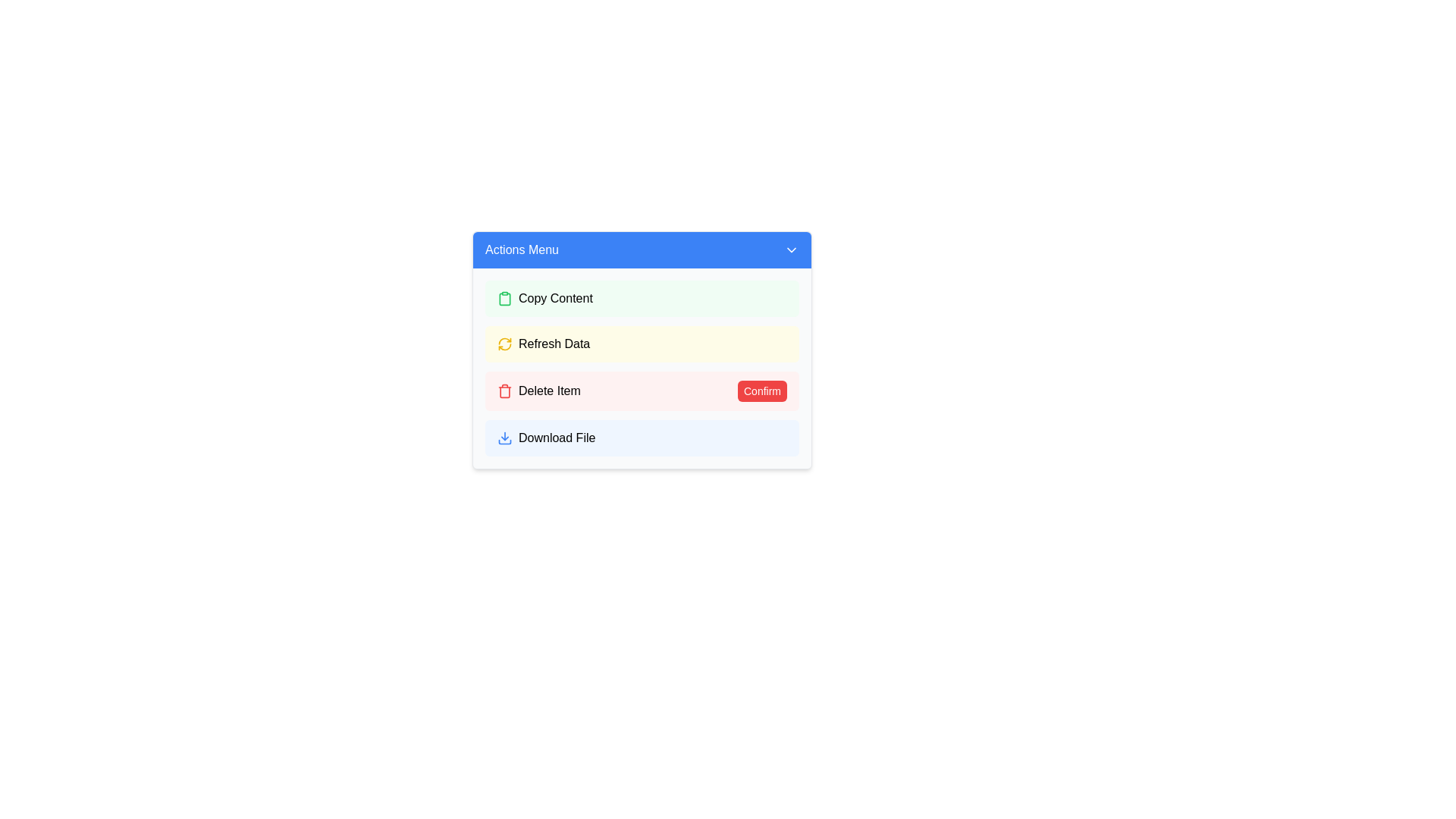 This screenshot has height=819, width=1456. What do you see at coordinates (505, 298) in the screenshot?
I see `the clipboard icon located` at bounding box center [505, 298].